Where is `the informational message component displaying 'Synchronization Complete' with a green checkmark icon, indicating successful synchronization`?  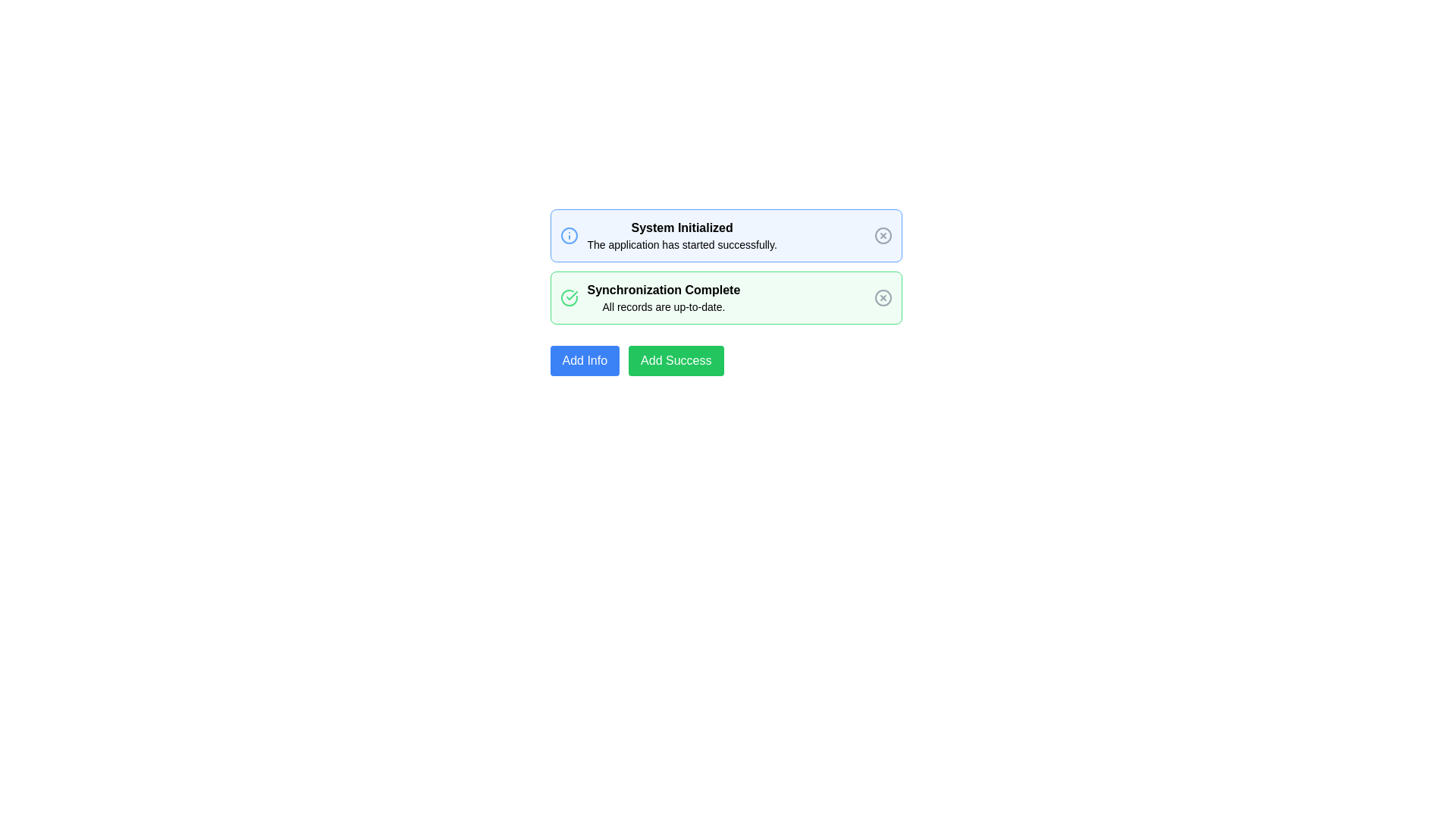 the informational message component displaying 'Synchronization Complete' with a green checkmark icon, indicating successful synchronization is located at coordinates (650, 298).